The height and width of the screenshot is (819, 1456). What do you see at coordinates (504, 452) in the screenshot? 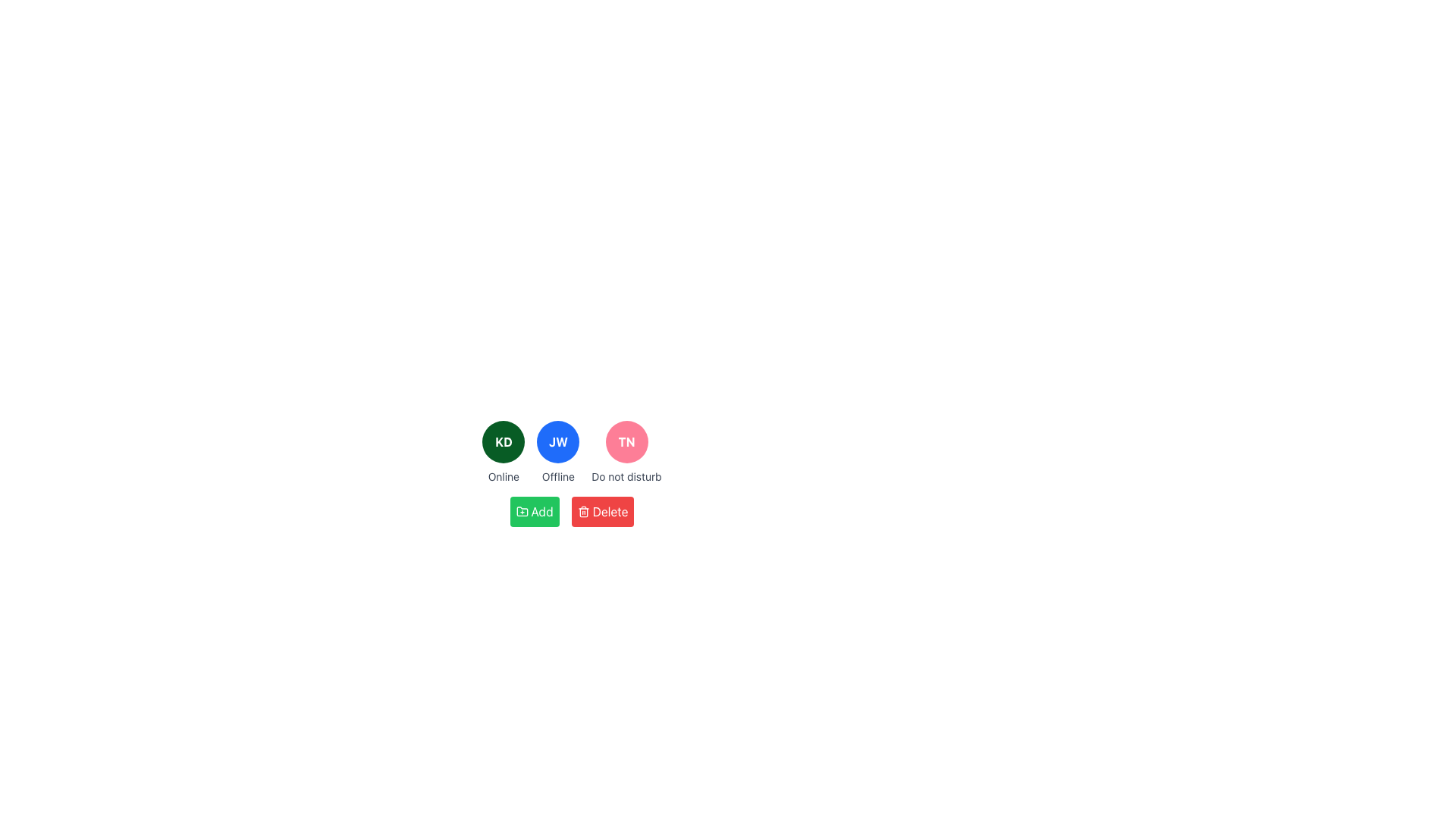
I see `the composite element consisting of an avatar with initials 'KD' in a circular icon and the text label 'Online' below it, located in the upper-middle section of the interface` at bounding box center [504, 452].